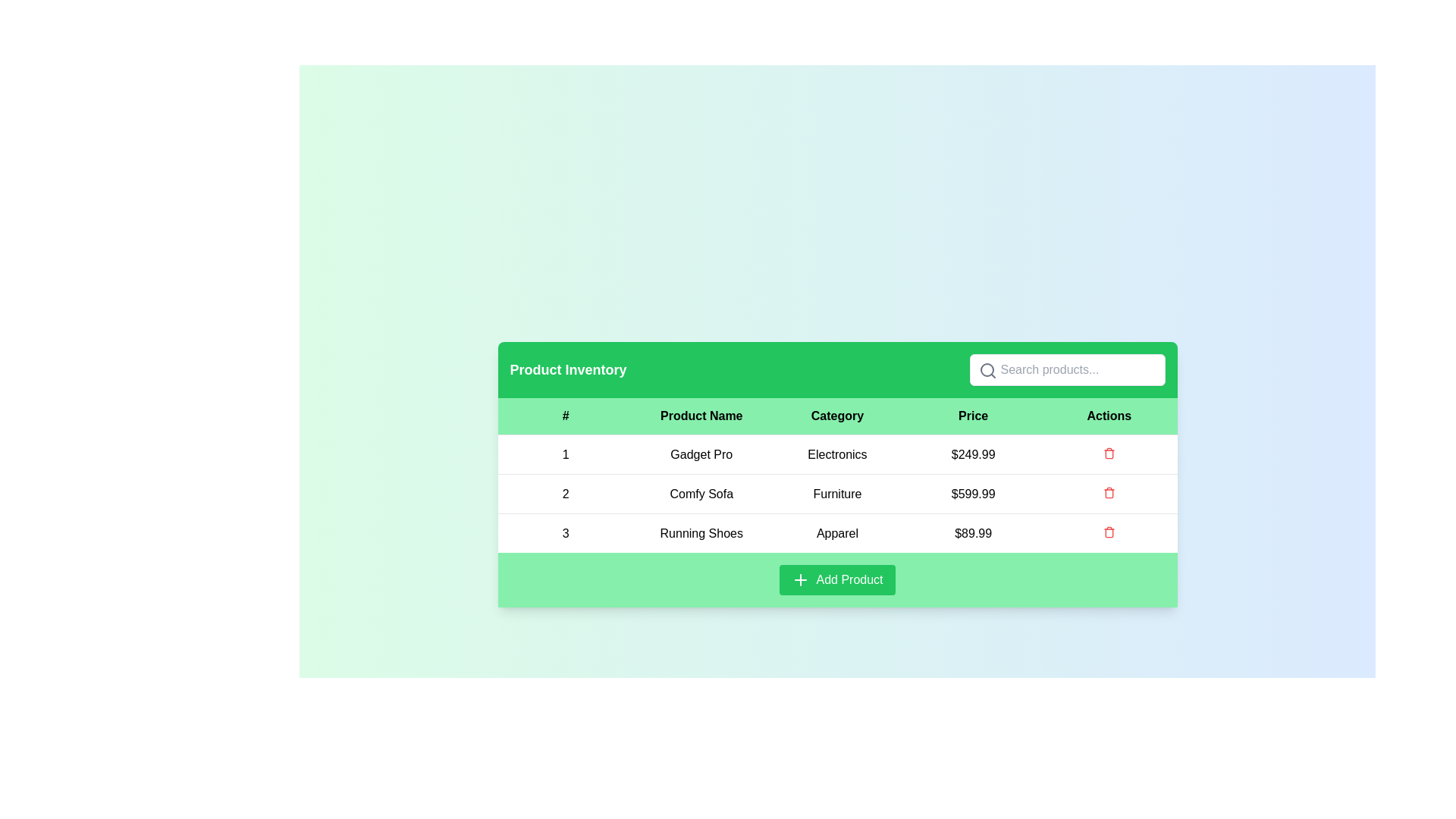 The image size is (1456, 819). What do you see at coordinates (973, 453) in the screenshot?
I see `the static text label displaying '$249.99' in bold black text, located in the 'Price' column of the fourth cell in the table` at bounding box center [973, 453].